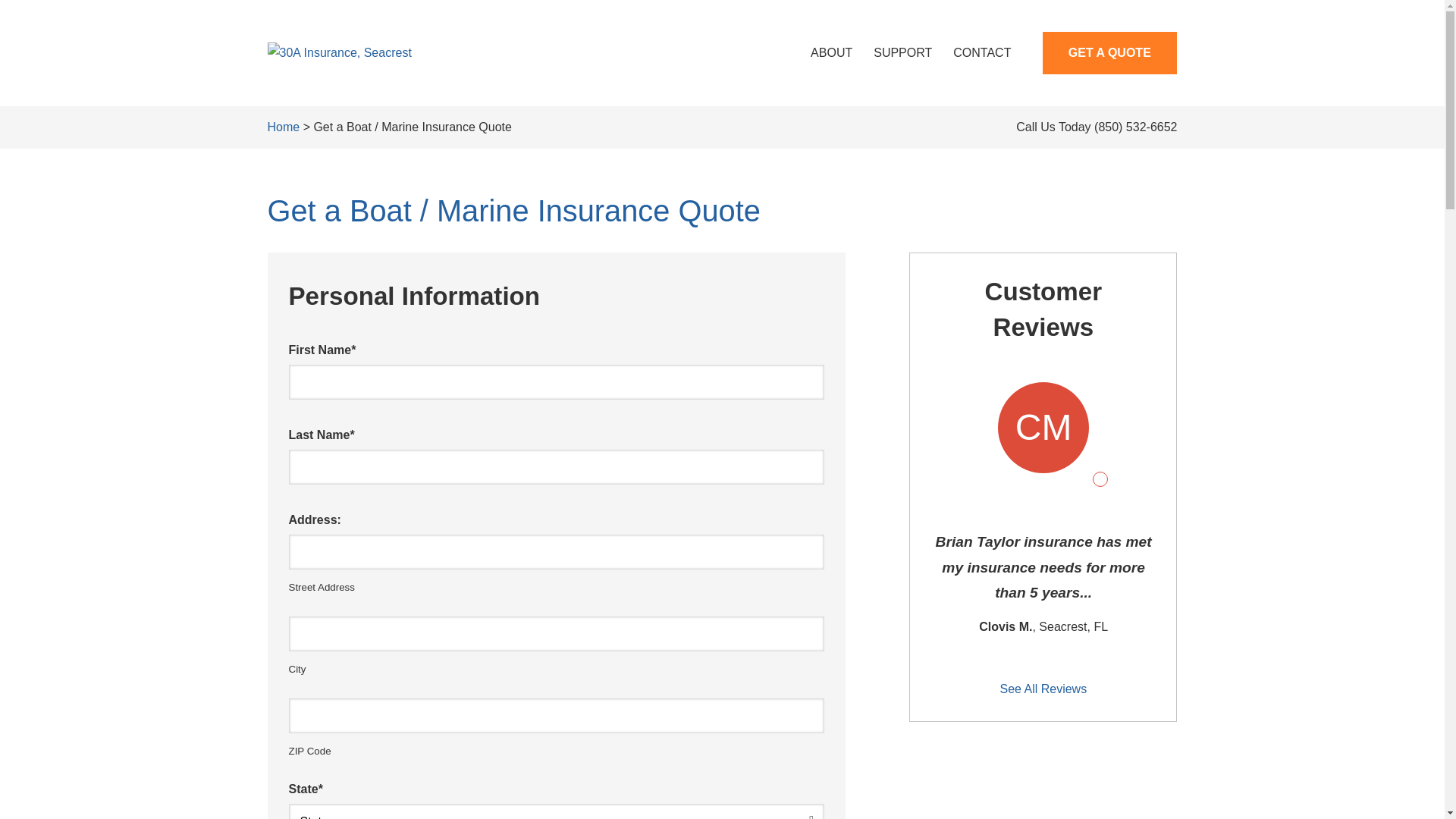 The width and height of the screenshot is (1456, 819). What do you see at coordinates (982, 52) in the screenshot?
I see `'CONTACT'` at bounding box center [982, 52].